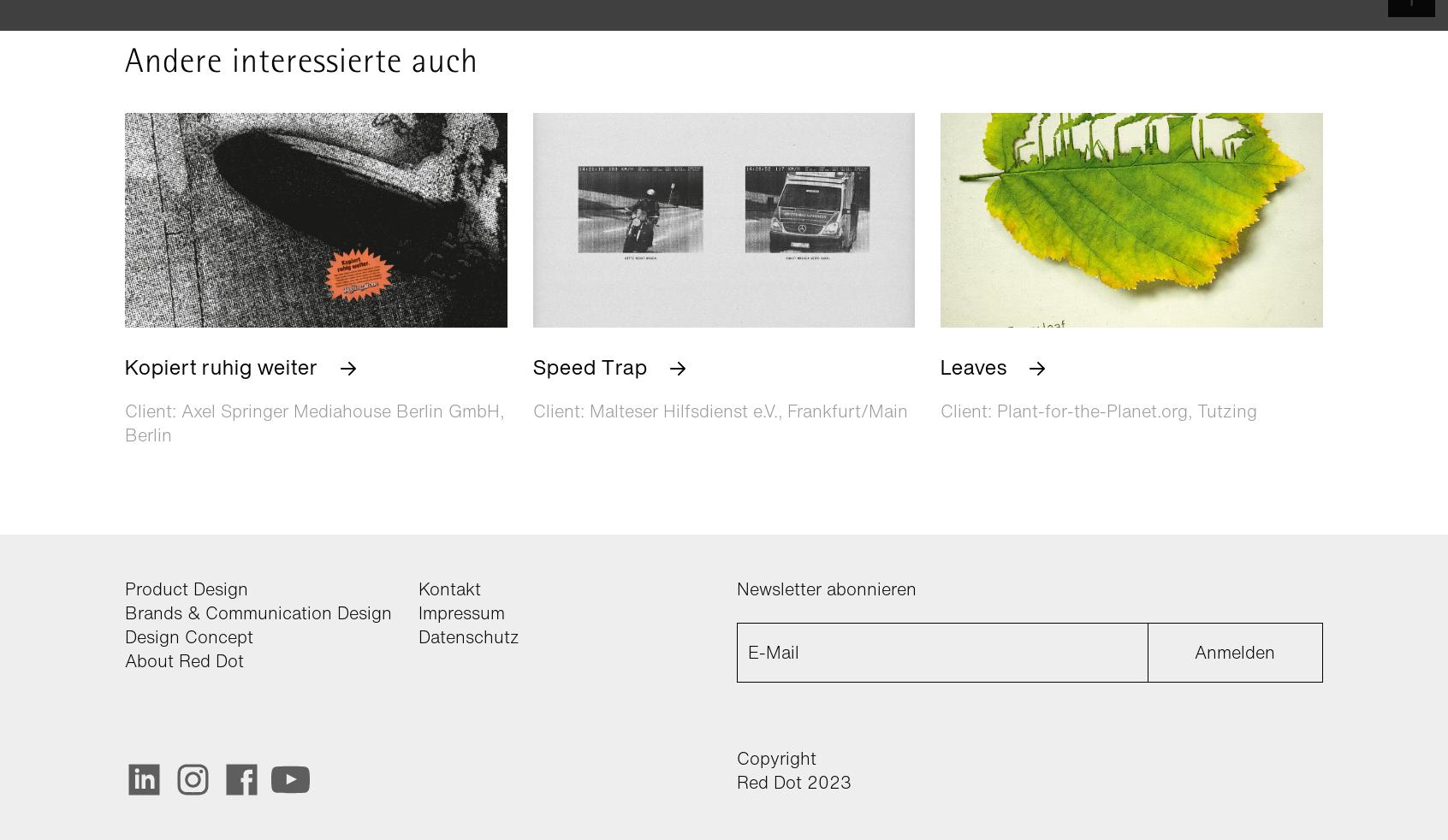 This screenshot has height=840, width=1448. Describe the element at coordinates (124, 421) in the screenshot. I see `'Client: Axel Springer Mediahouse Berlin GmbH, Berlin'` at that location.